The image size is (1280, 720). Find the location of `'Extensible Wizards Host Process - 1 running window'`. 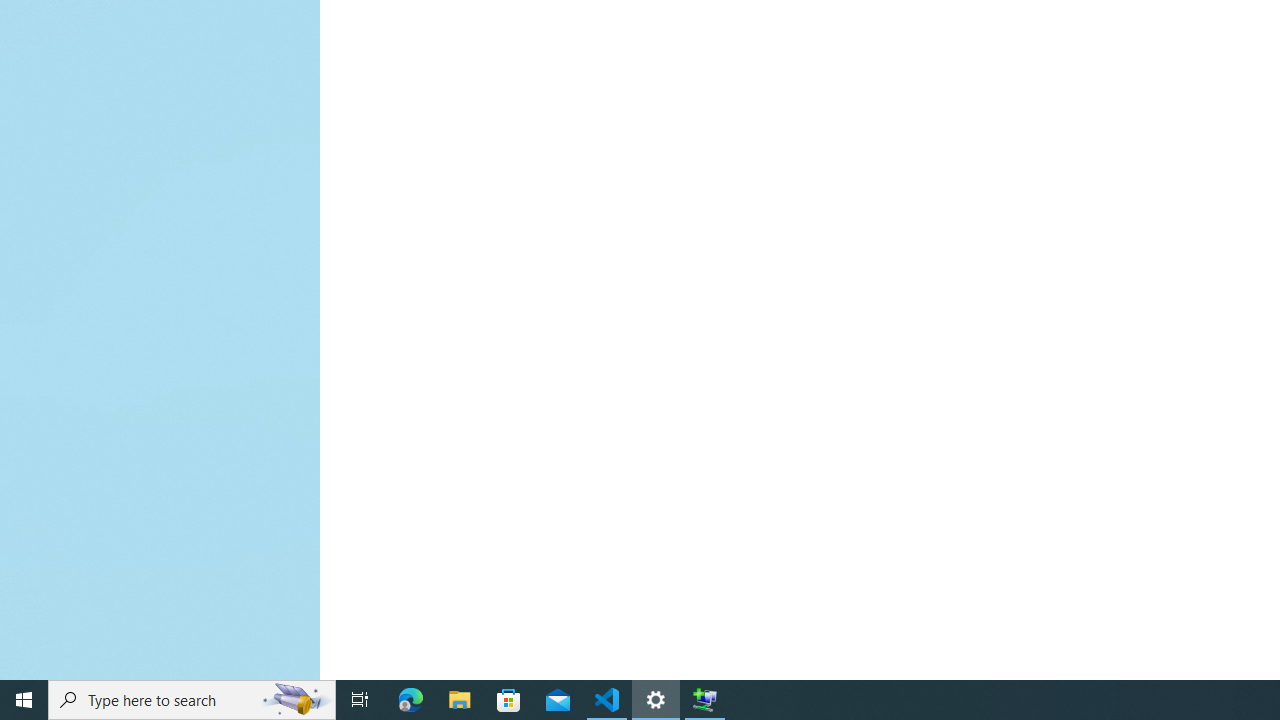

'Extensible Wizards Host Process - 1 running window' is located at coordinates (705, 698).